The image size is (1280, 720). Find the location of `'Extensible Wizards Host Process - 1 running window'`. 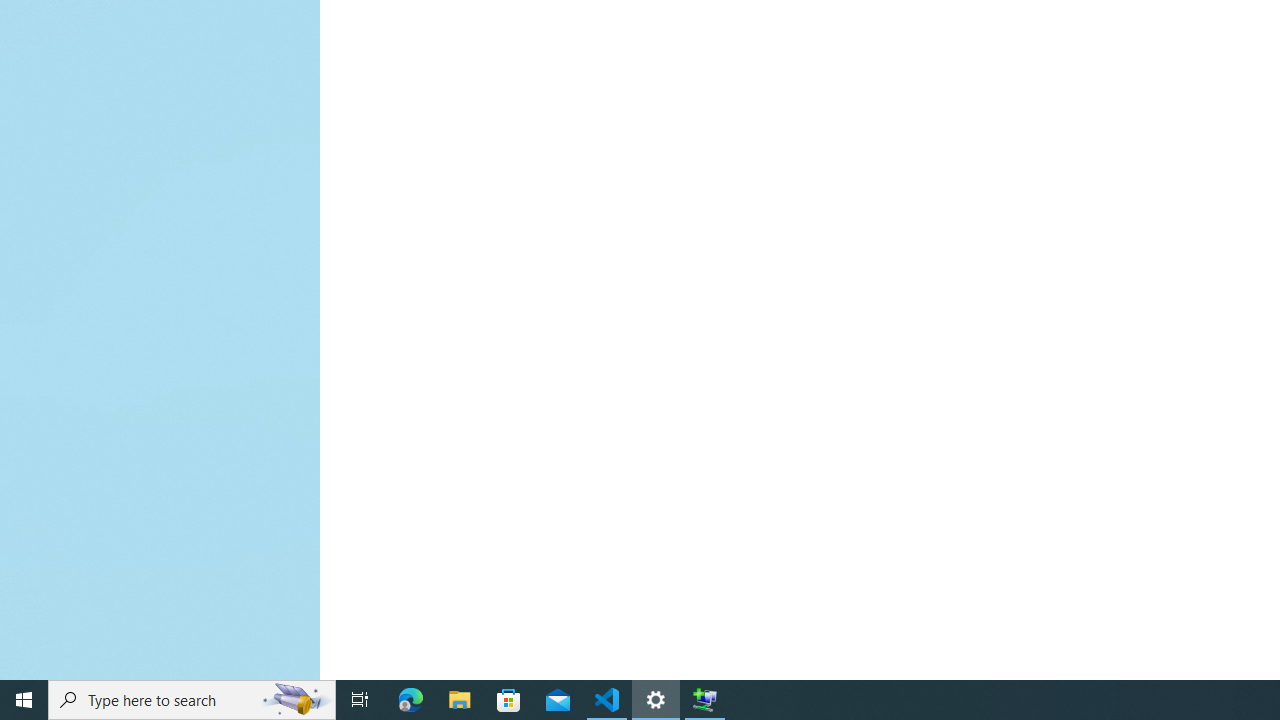

'Extensible Wizards Host Process - 1 running window' is located at coordinates (705, 698).